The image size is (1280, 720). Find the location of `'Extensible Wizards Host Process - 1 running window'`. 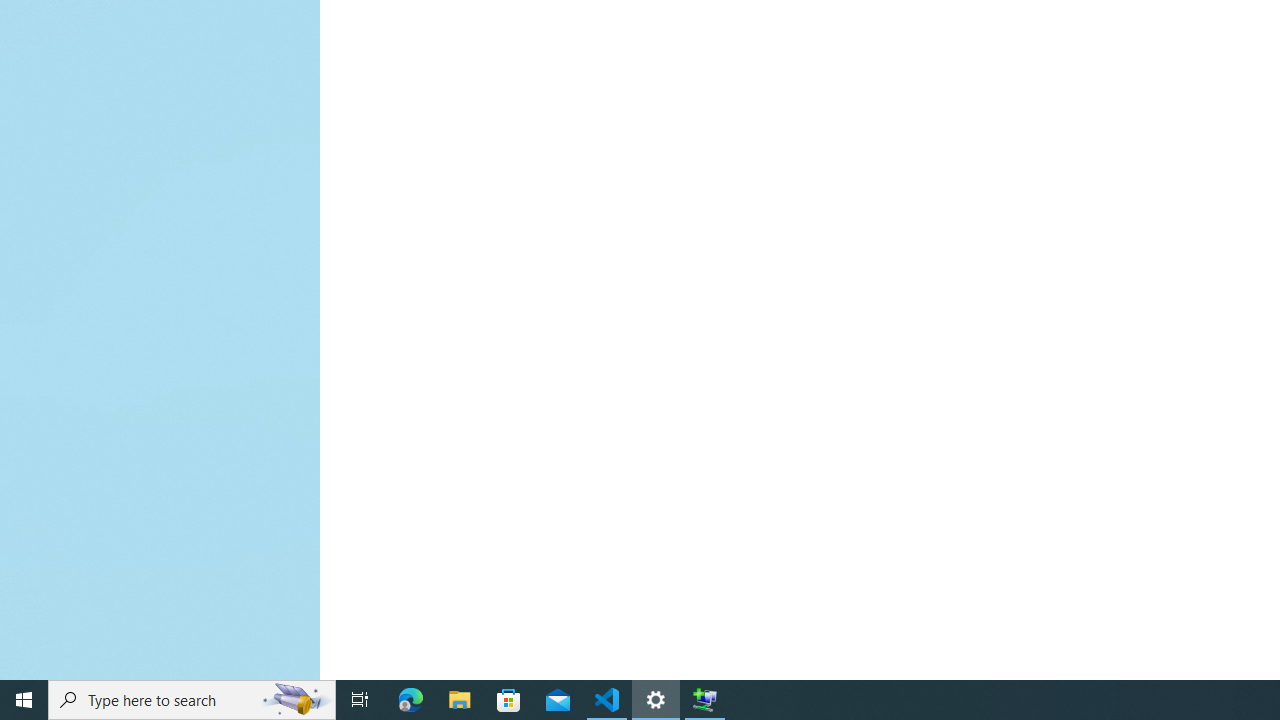

'Extensible Wizards Host Process - 1 running window' is located at coordinates (705, 698).